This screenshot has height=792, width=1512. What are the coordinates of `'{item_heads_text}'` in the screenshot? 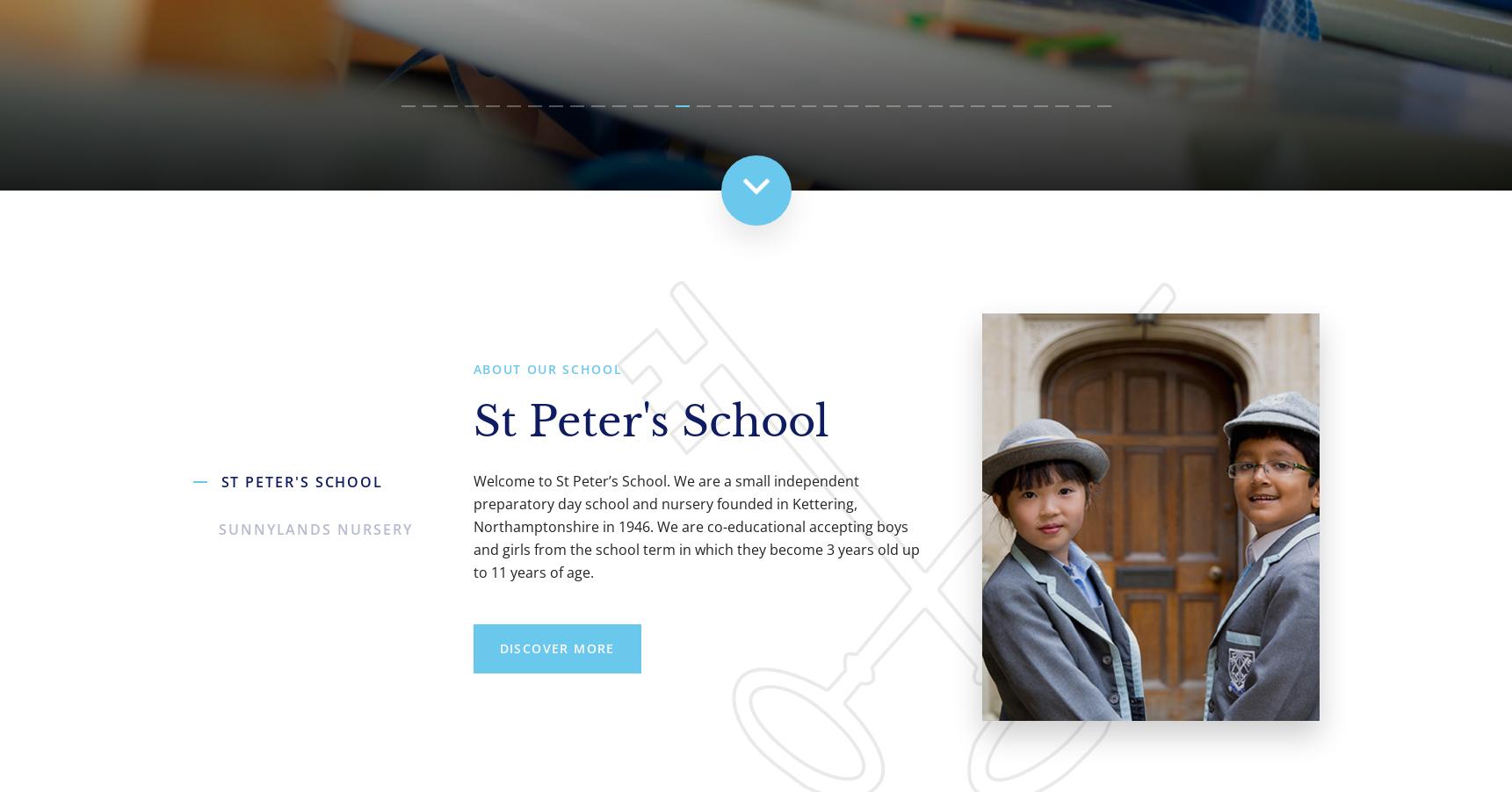 It's located at (471, 479).